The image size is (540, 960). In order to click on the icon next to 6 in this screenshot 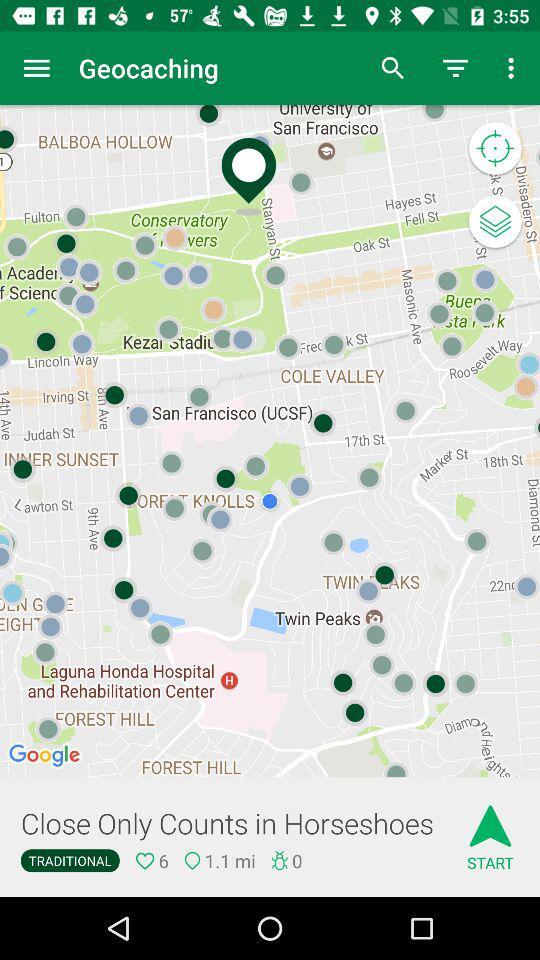, I will do `click(69, 859)`.